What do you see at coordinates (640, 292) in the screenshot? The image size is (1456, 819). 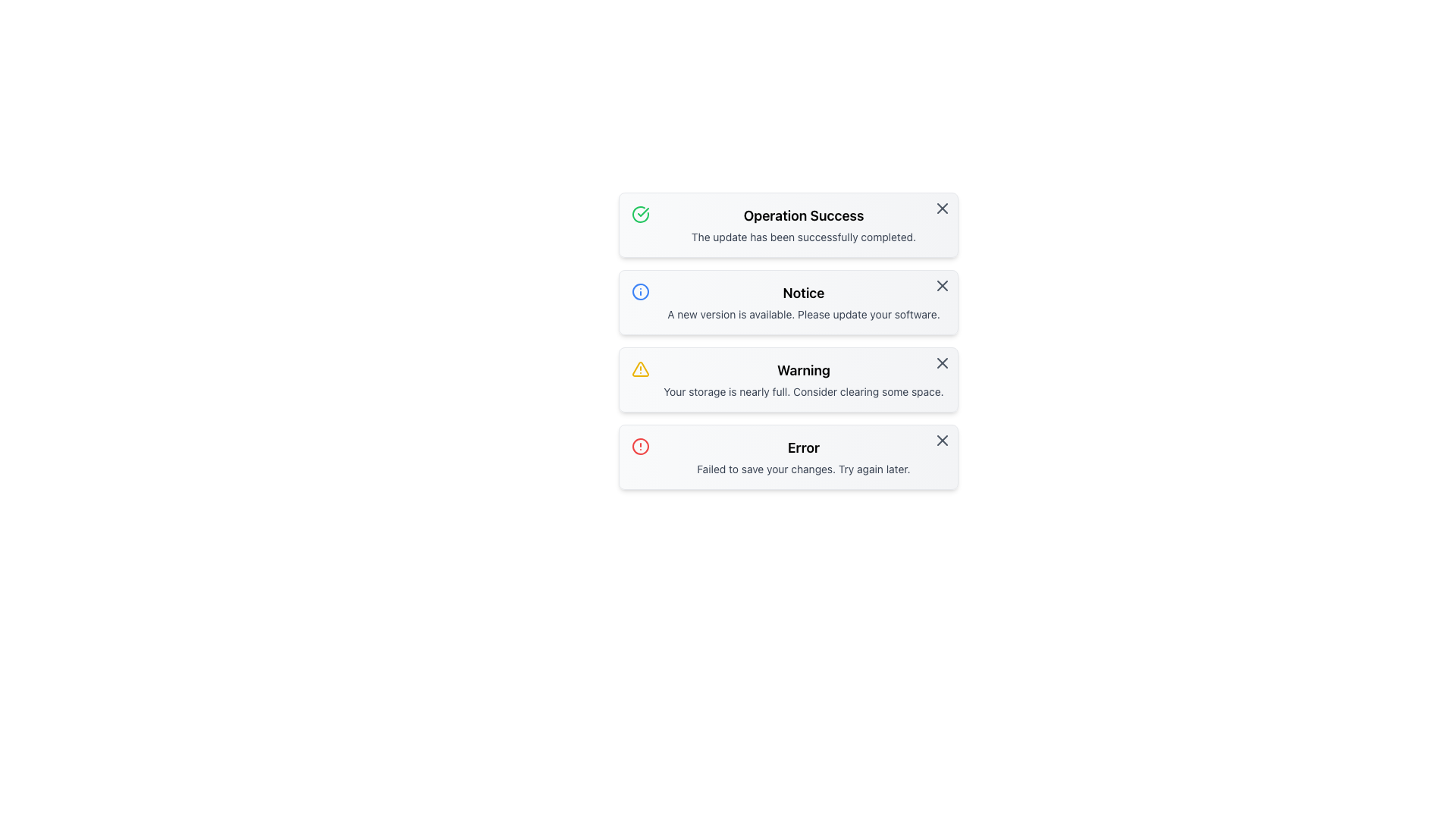 I see `SVG circle graphic that serves as the outer circle of the 'Notice' status message icon, located second from the top in the vertical list of status messages` at bounding box center [640, 292].